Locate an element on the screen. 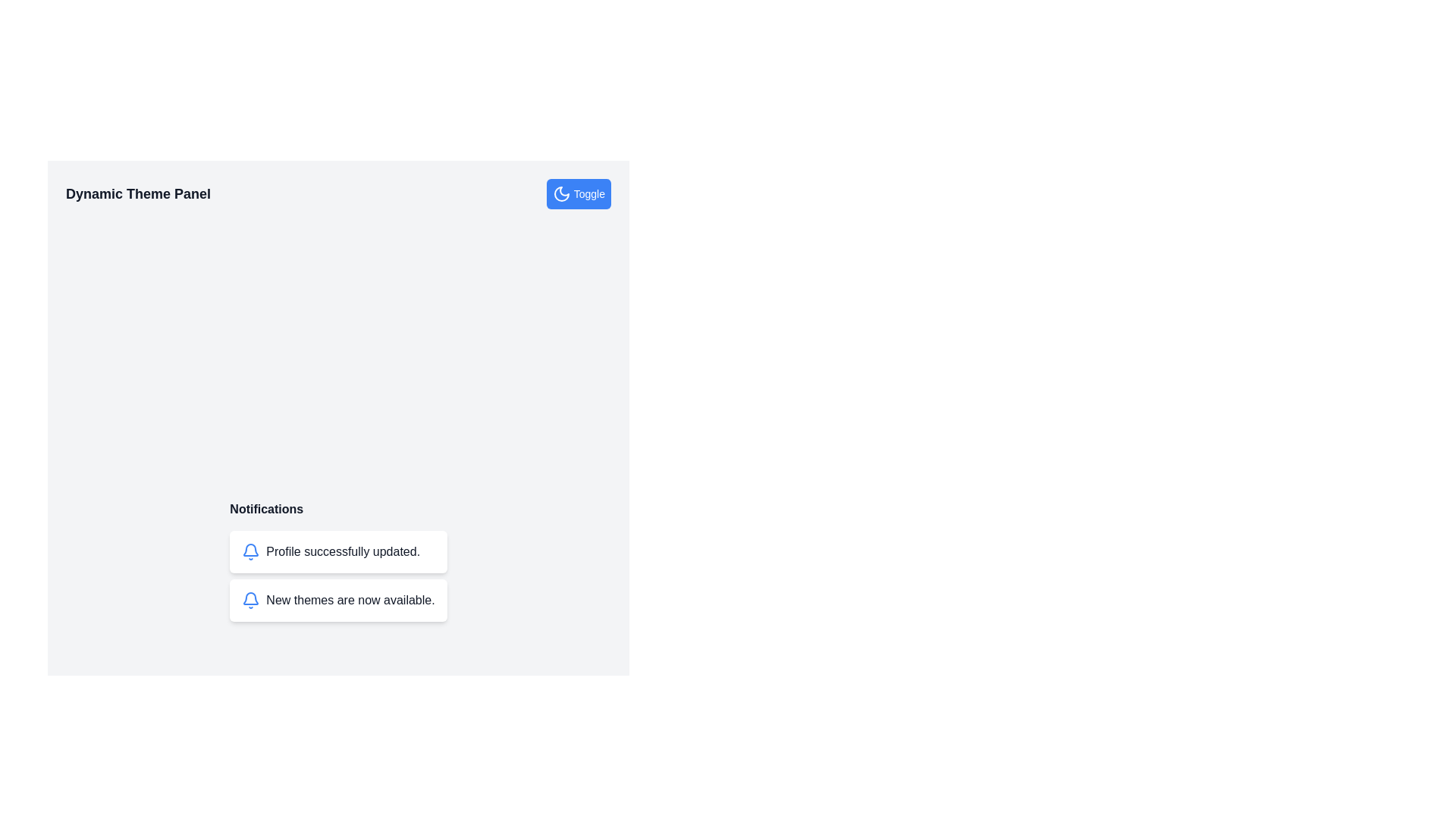 This screenshot has height=819, width=1456. the SVG moon icon with the 'lucide-moon' class located to the left of the 'Toggle' button in the top-right corner is located at coordinates (560, 193).